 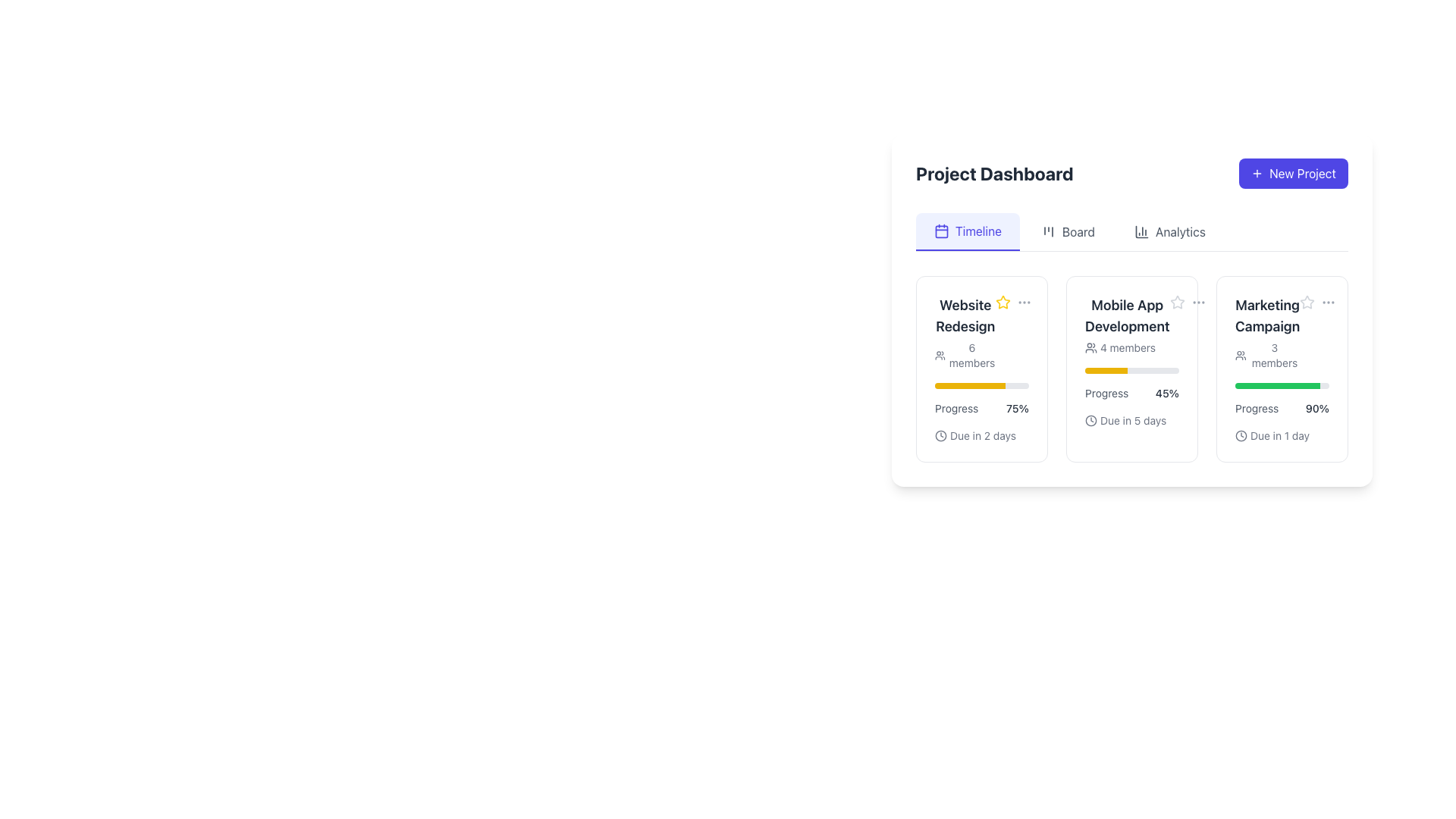 I want to click on the Decorative SVG Icon representing analytics data, which is the leftmost bar in a series of three vertical bars within the analytics tab header, so click(x=1141, y=231).